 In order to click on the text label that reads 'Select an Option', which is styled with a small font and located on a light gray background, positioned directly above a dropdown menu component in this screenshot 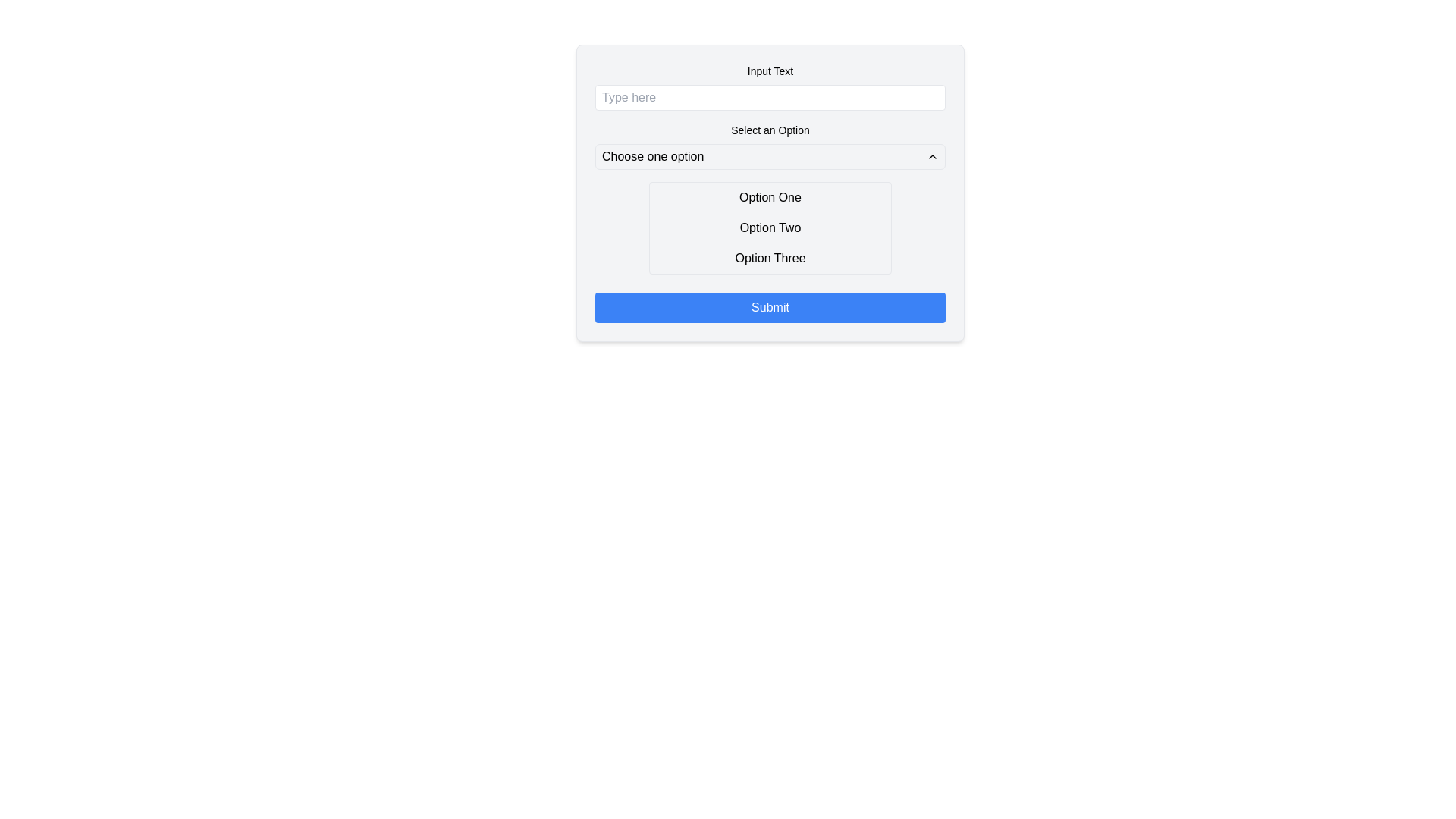, I will do `click(770, 130)`.